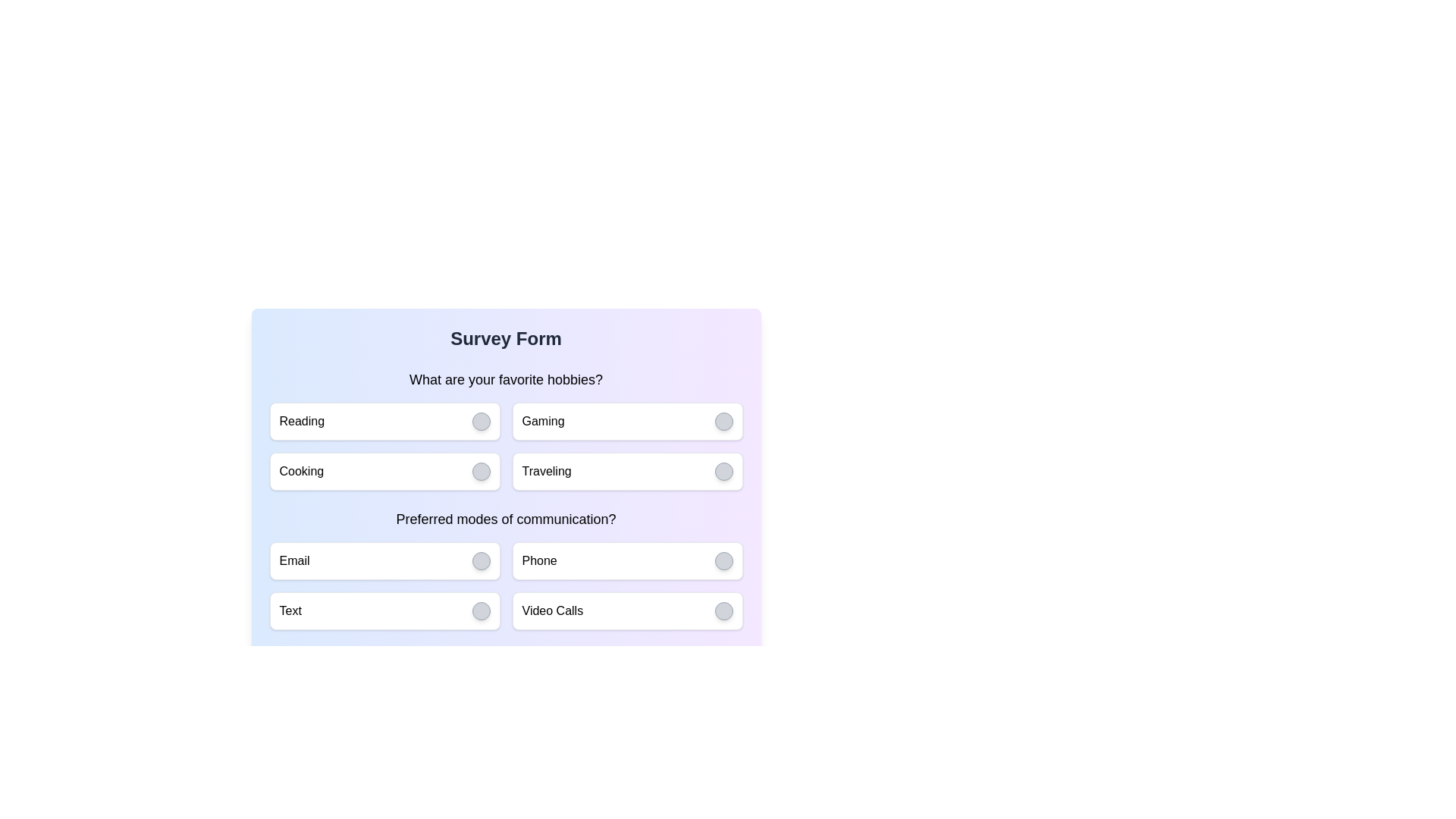 This screenshot has width=1456, height=819. I want to click on the 'Phone' option in the communication preference survey, so click(627, 561).